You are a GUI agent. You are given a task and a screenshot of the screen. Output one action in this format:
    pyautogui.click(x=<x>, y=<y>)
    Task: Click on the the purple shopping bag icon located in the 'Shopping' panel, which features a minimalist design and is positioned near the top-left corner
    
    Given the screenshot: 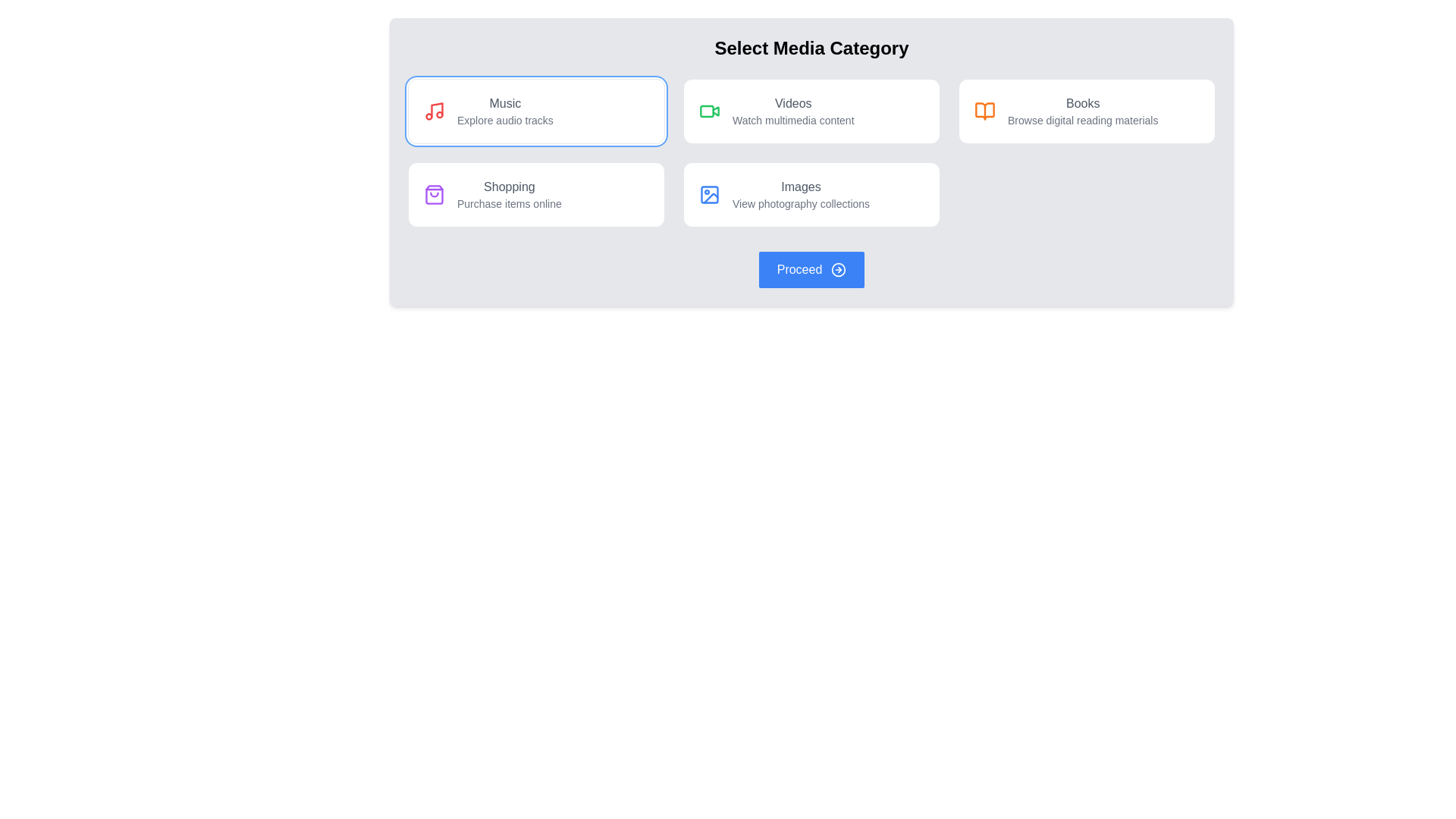 What is the action you would take?
    pyautogui.click(x=433, y=194)
    